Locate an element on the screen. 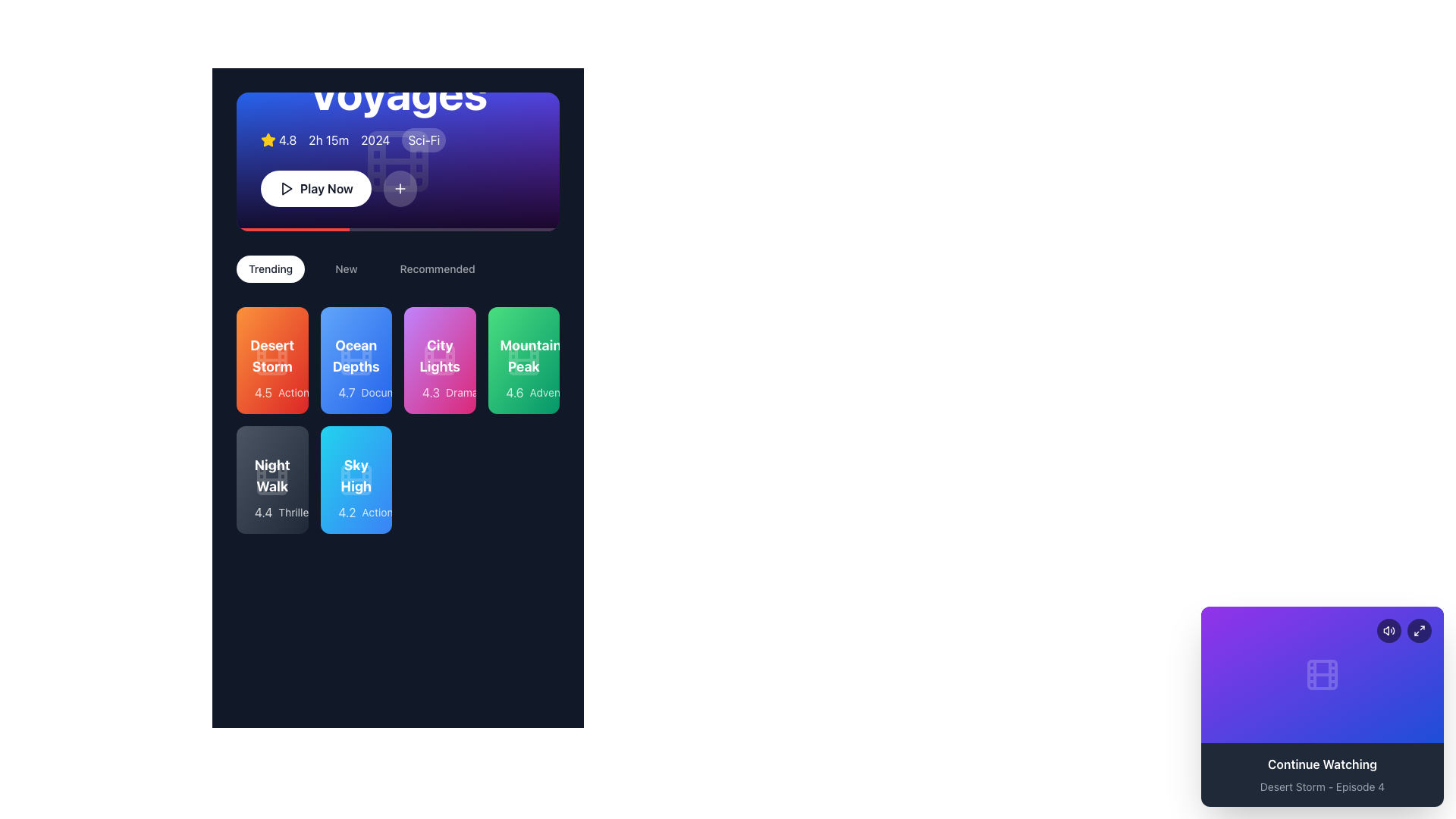 The width and height of the screenshot is (1456, 819). the Informative card displaying 'City Lights' with a rating of 4.3 and the genre 'Drama', which is the third card in the 'Trending' row is located at coordinates (439, 369).